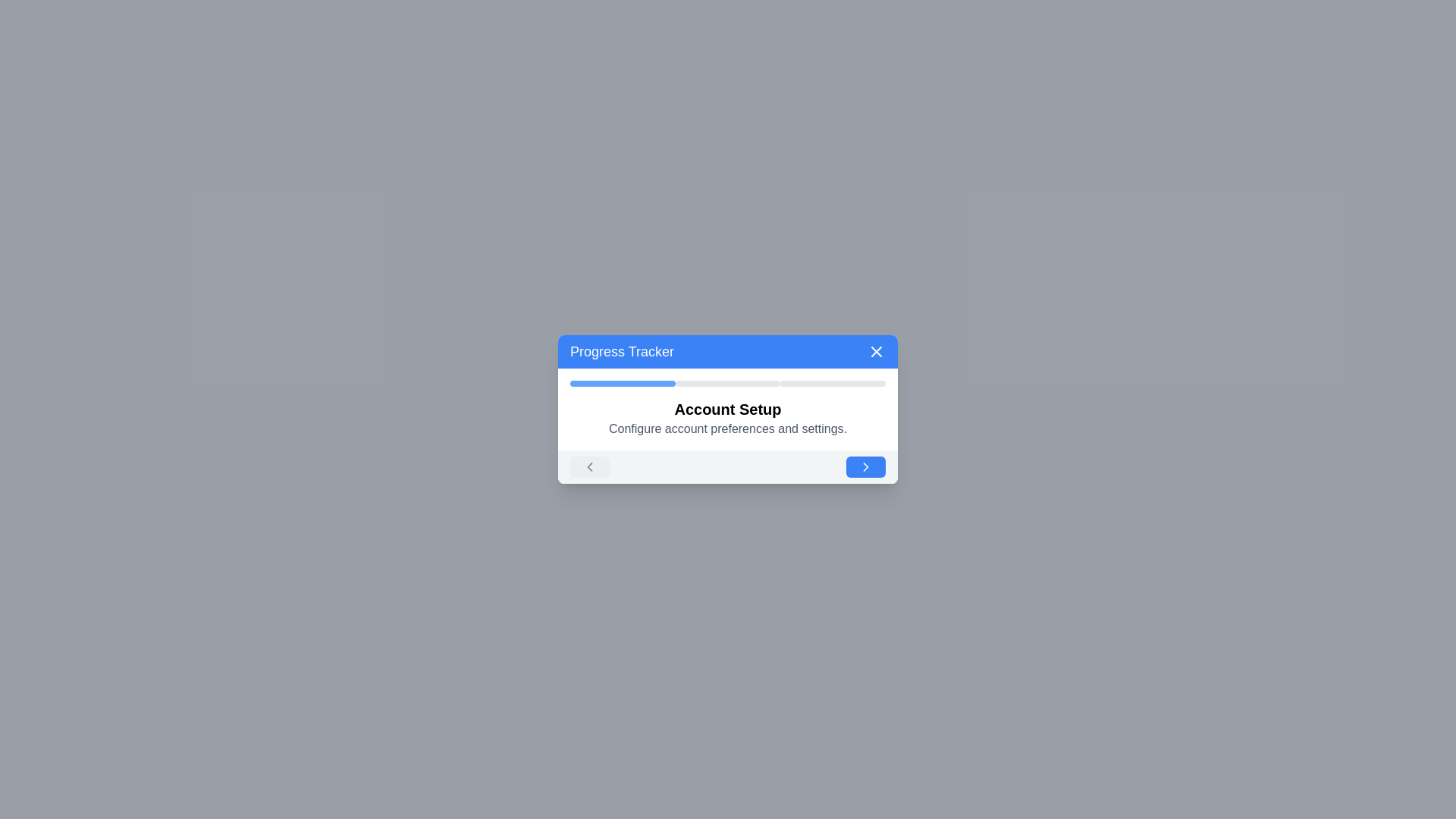 The height and width of the screenshot is (819, 1456). Describe the element at coordinates (588, 466) in the screenshot. I see `the vector-based graphical icon embedded within the navigation button located on the left side of the window's footer area` at that location.